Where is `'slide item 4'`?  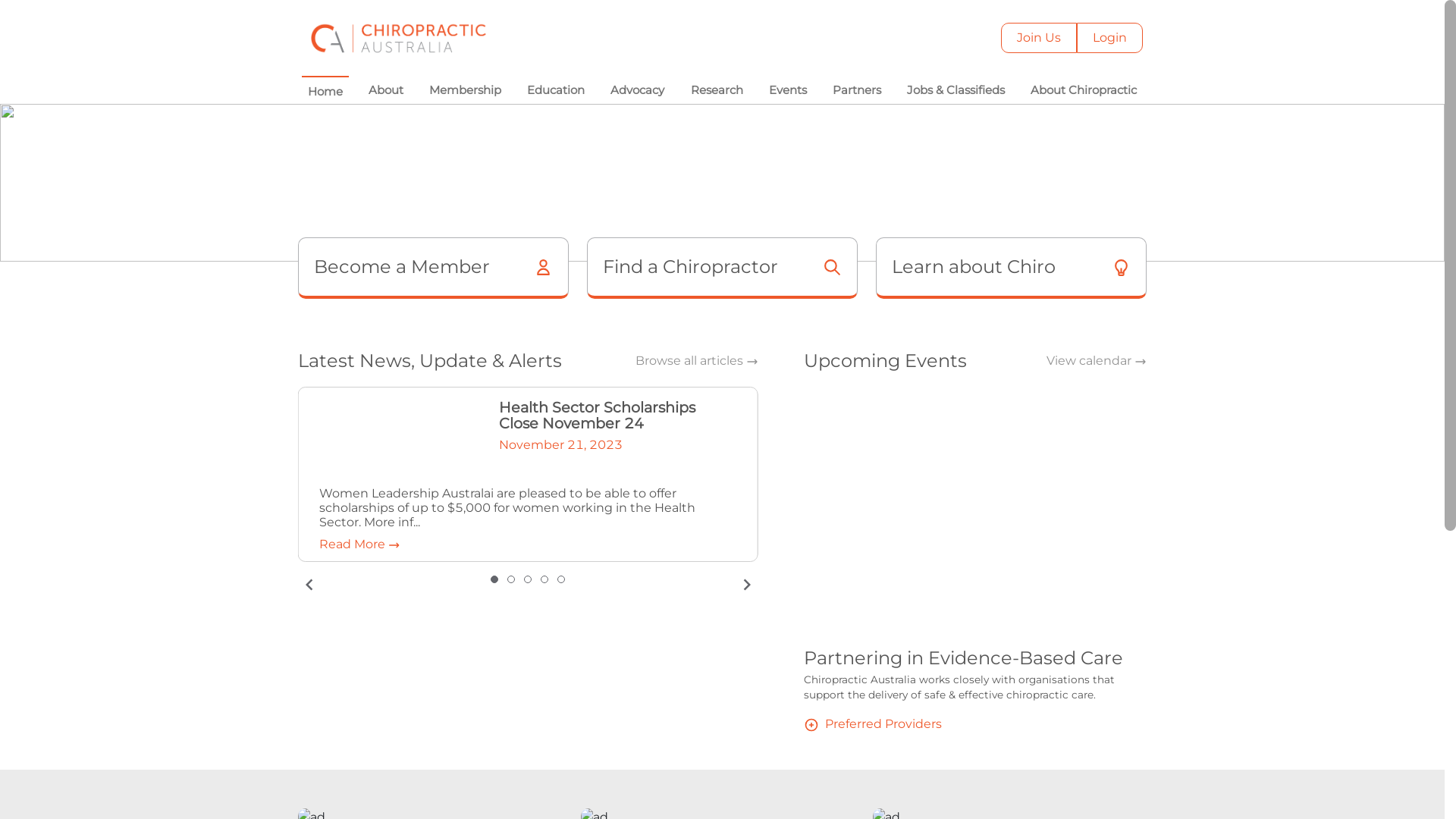
'slide item 4' is located at coordinates (544, 579).